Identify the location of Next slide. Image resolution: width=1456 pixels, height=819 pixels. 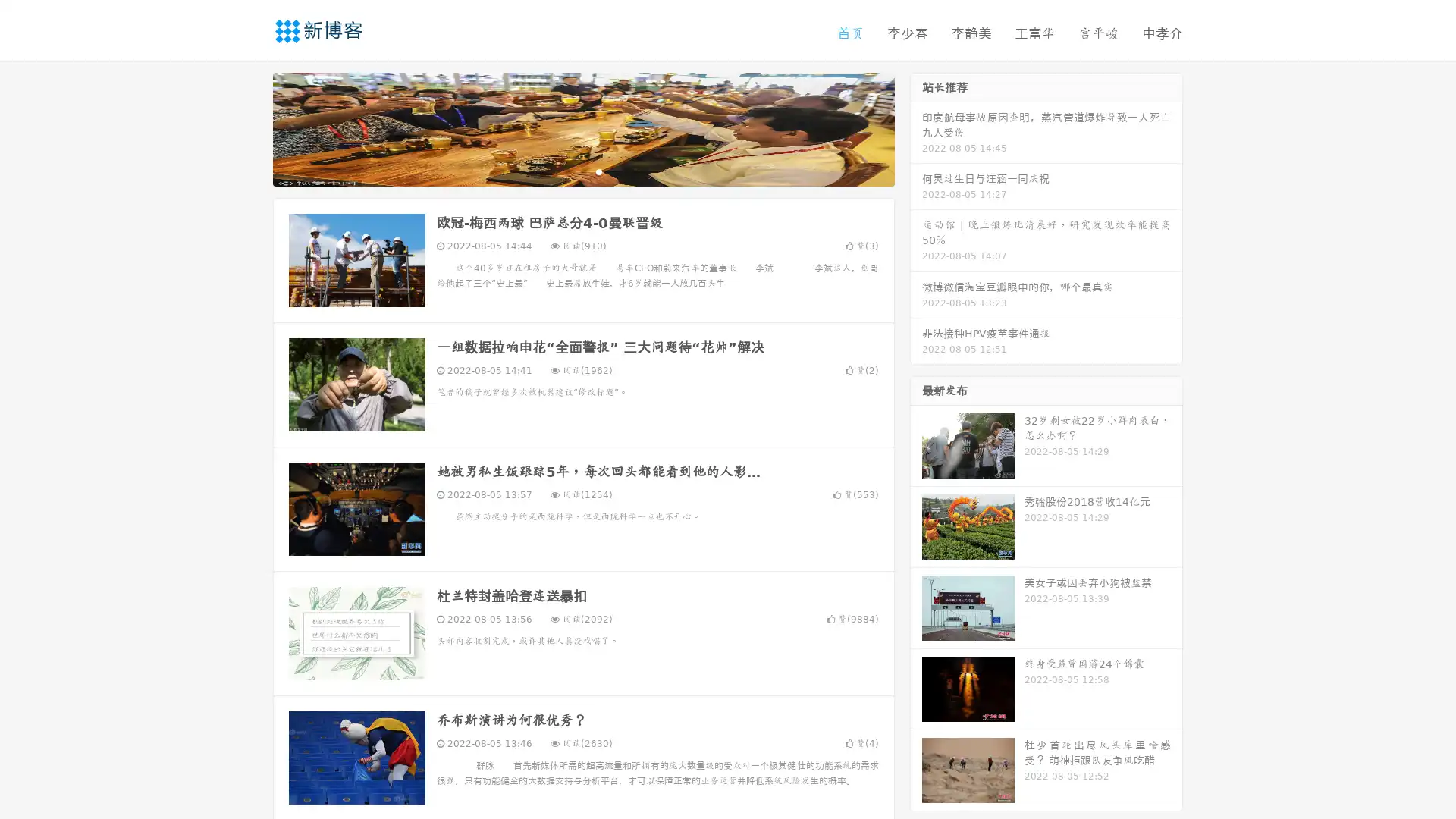
(916, 127).